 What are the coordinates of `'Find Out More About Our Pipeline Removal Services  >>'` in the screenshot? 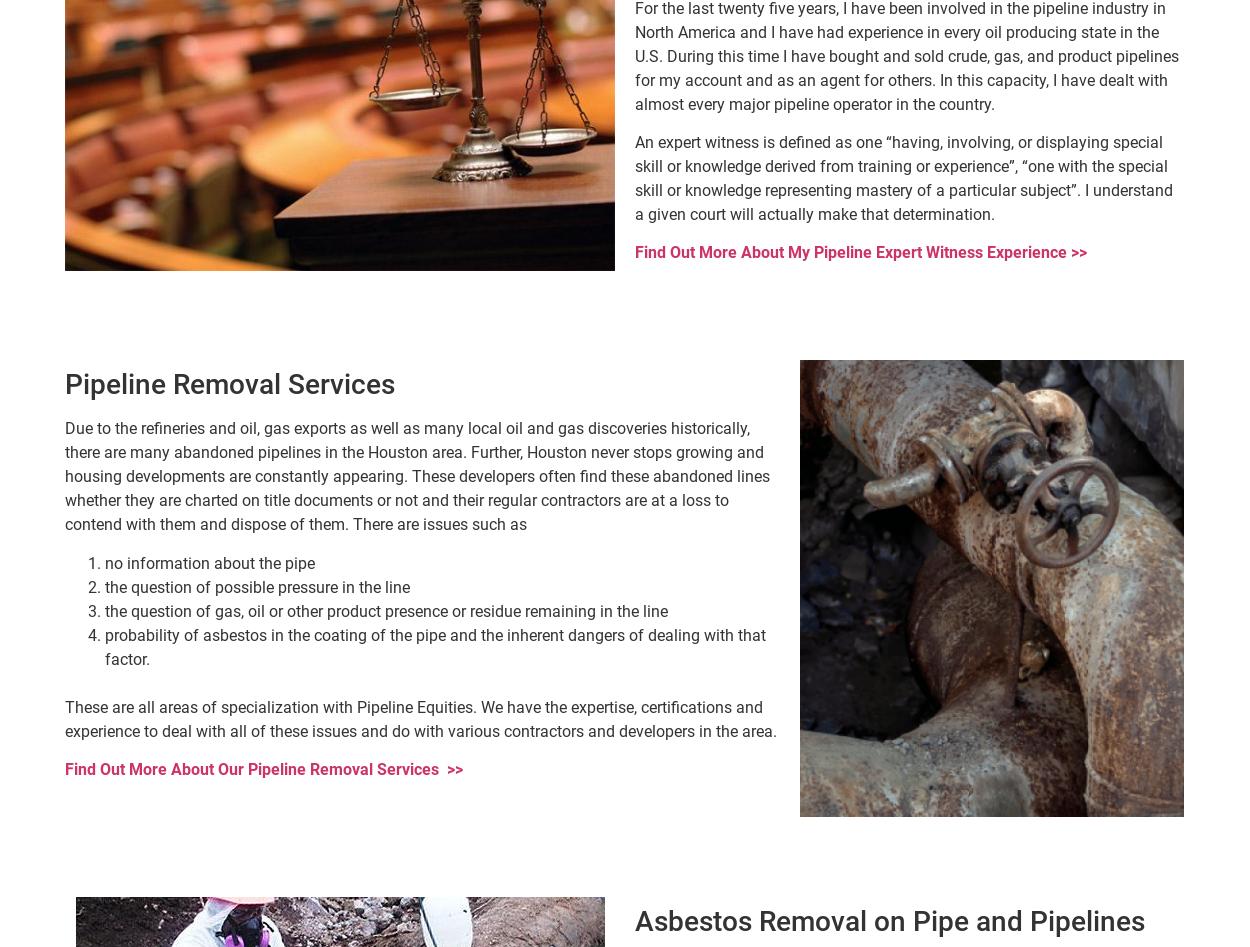 It's located at (264, 769).